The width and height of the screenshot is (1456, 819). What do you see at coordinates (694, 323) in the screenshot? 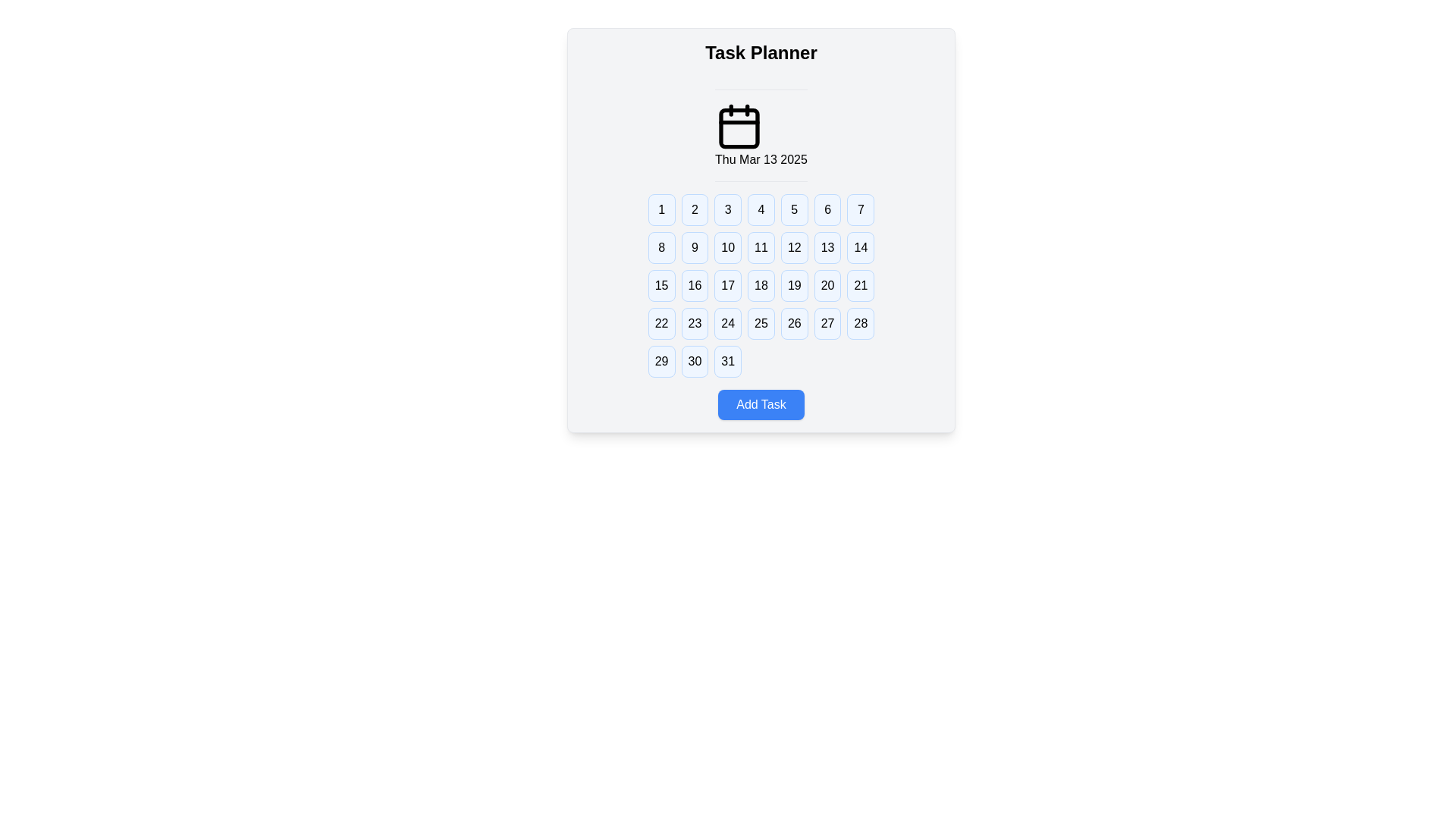
I see `the rounded rectangular button with light blue background and the text '23' in black, located in the calendar grid under 'Task Planner'` at bounding box center [694, 323].